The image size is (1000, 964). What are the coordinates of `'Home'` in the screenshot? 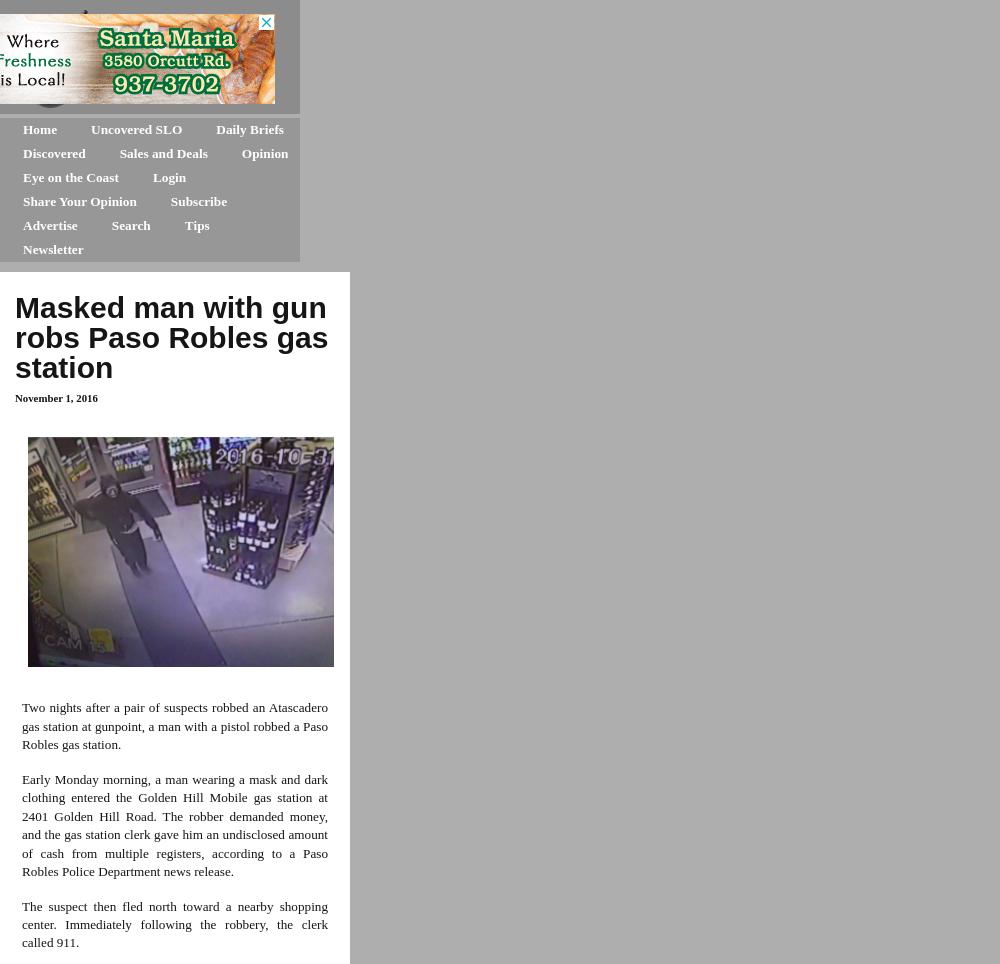 It's located at (23, 129).